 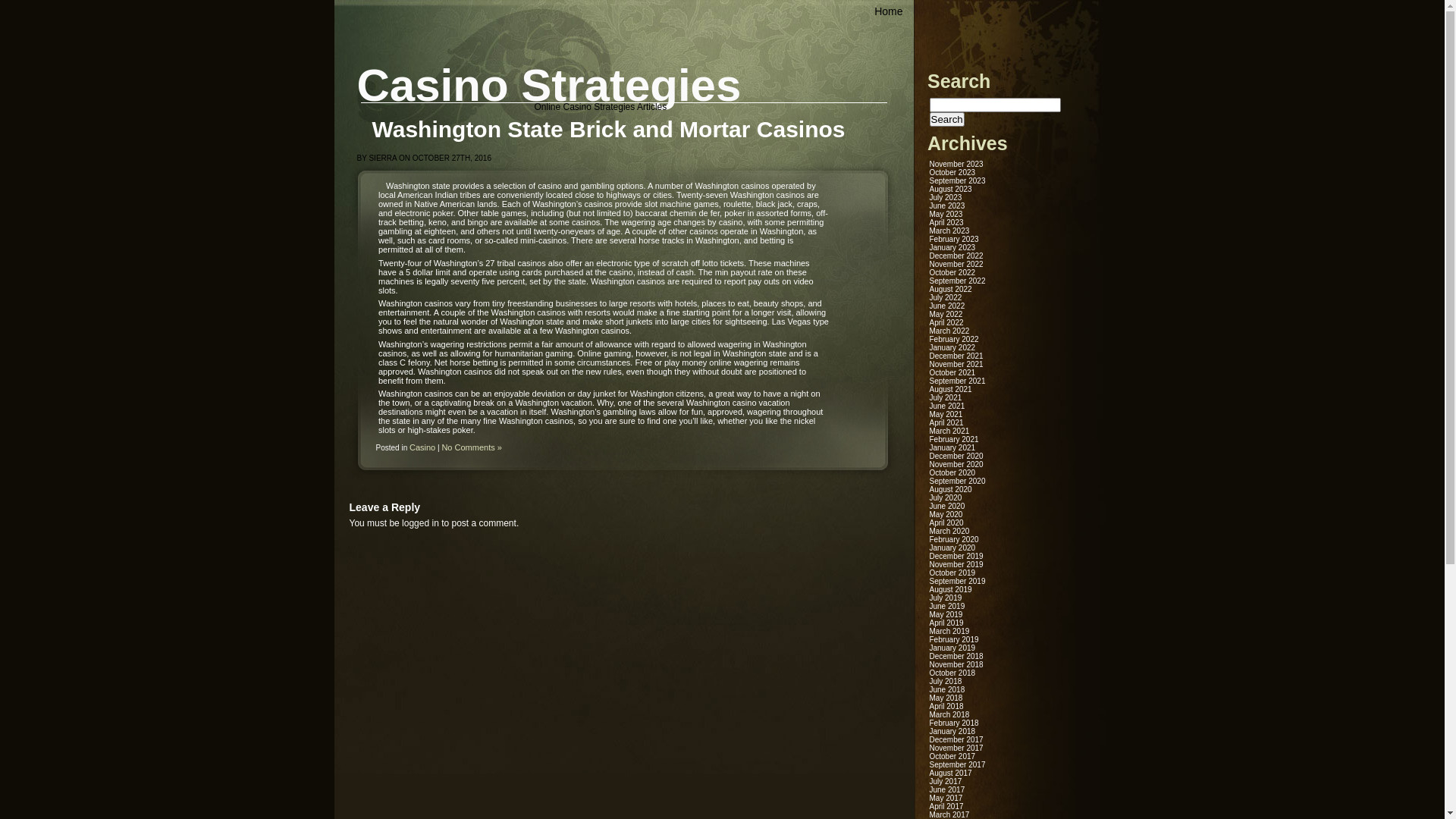 I want to click on 'July 2021', so click(x=928, y=397).